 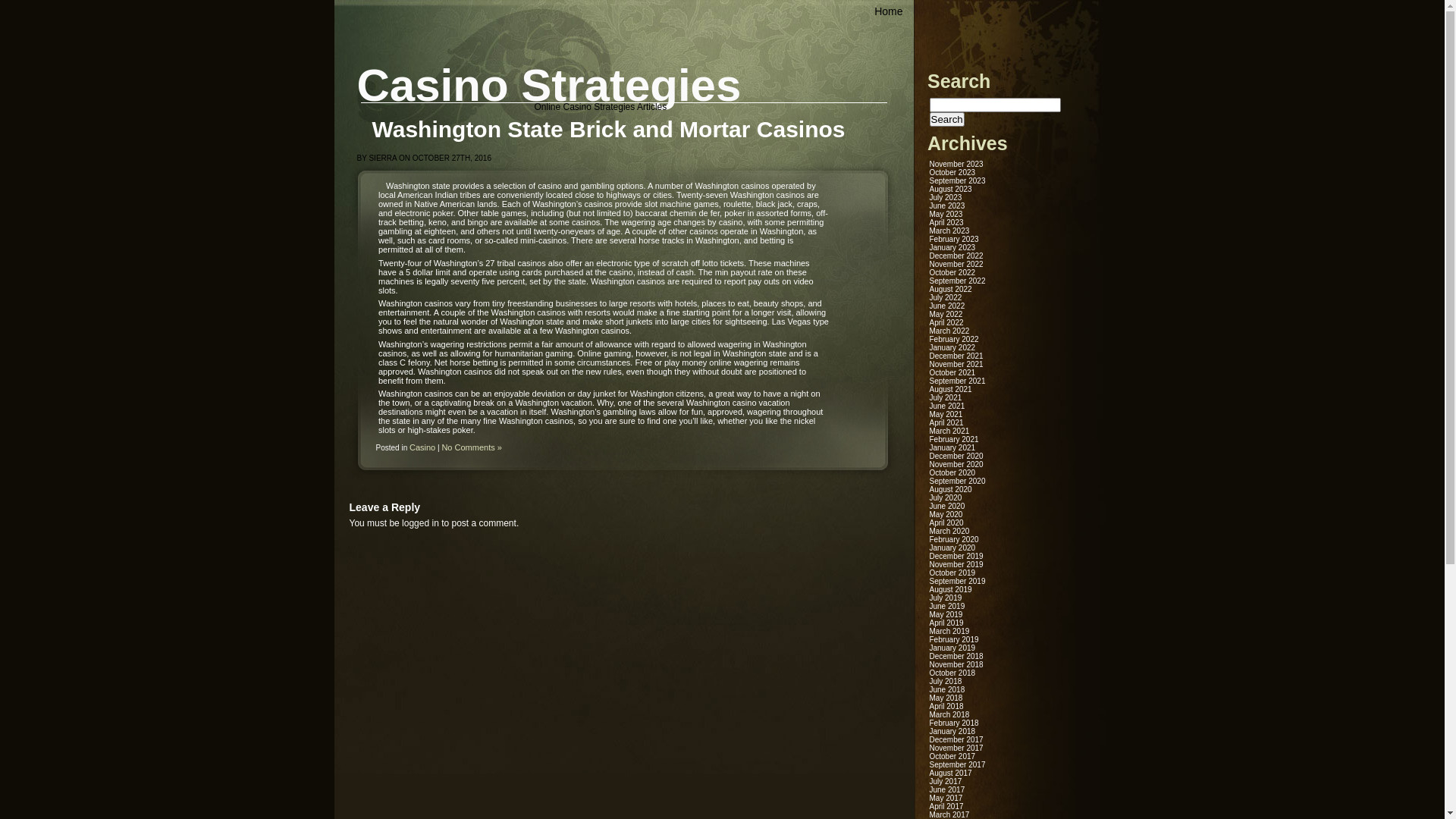 I want to click on 'July 2021', so click(x=928, y=397).